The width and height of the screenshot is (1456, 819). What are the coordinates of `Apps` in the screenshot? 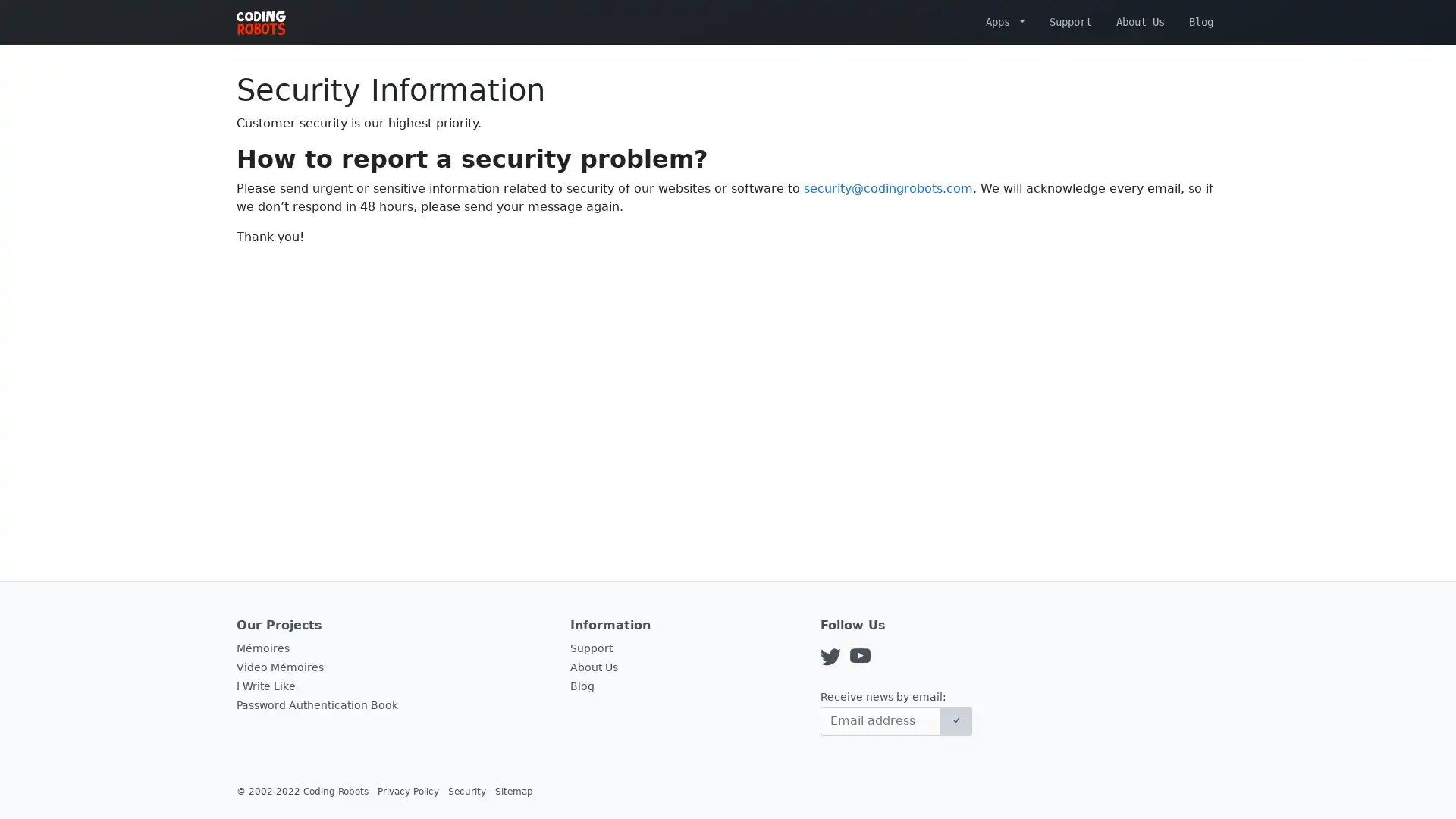 It's located at (1005, 21).